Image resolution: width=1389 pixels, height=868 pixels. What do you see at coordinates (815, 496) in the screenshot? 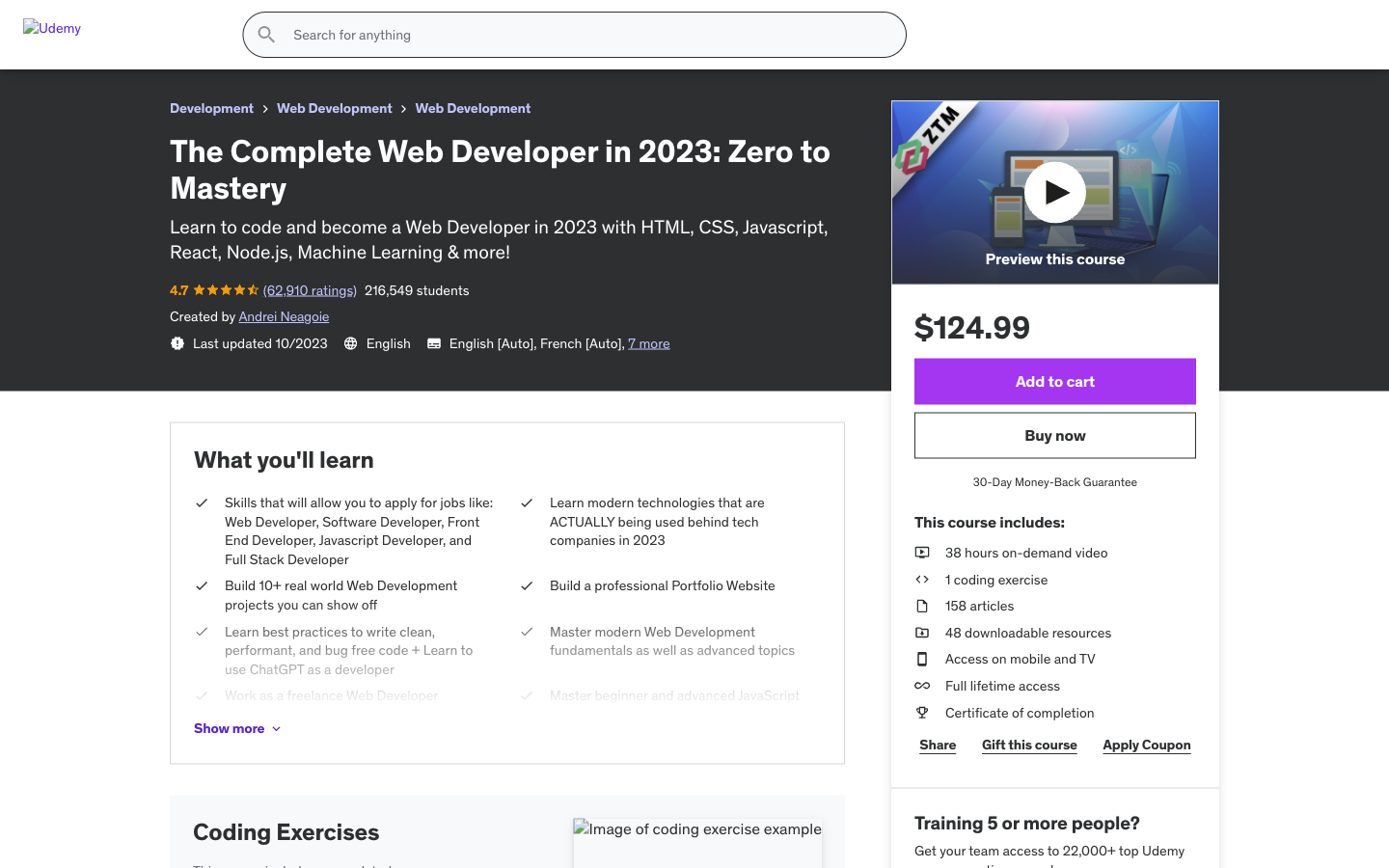
I see `Display the following photo of the product` at bounding box center [815, 496].